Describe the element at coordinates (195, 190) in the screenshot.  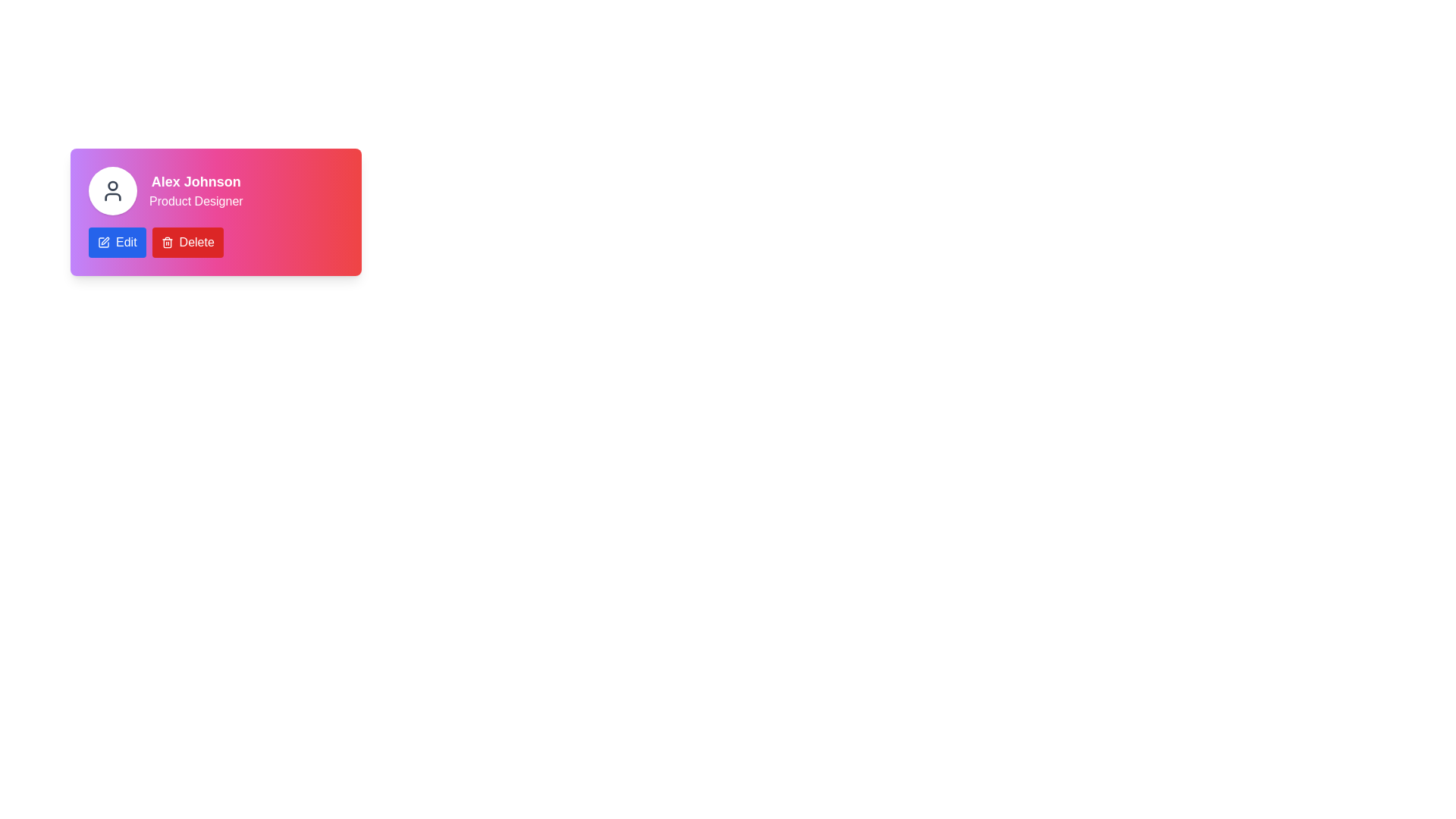
I see `the Text Display element that shows the name 'Alex Johnson'` at that location.